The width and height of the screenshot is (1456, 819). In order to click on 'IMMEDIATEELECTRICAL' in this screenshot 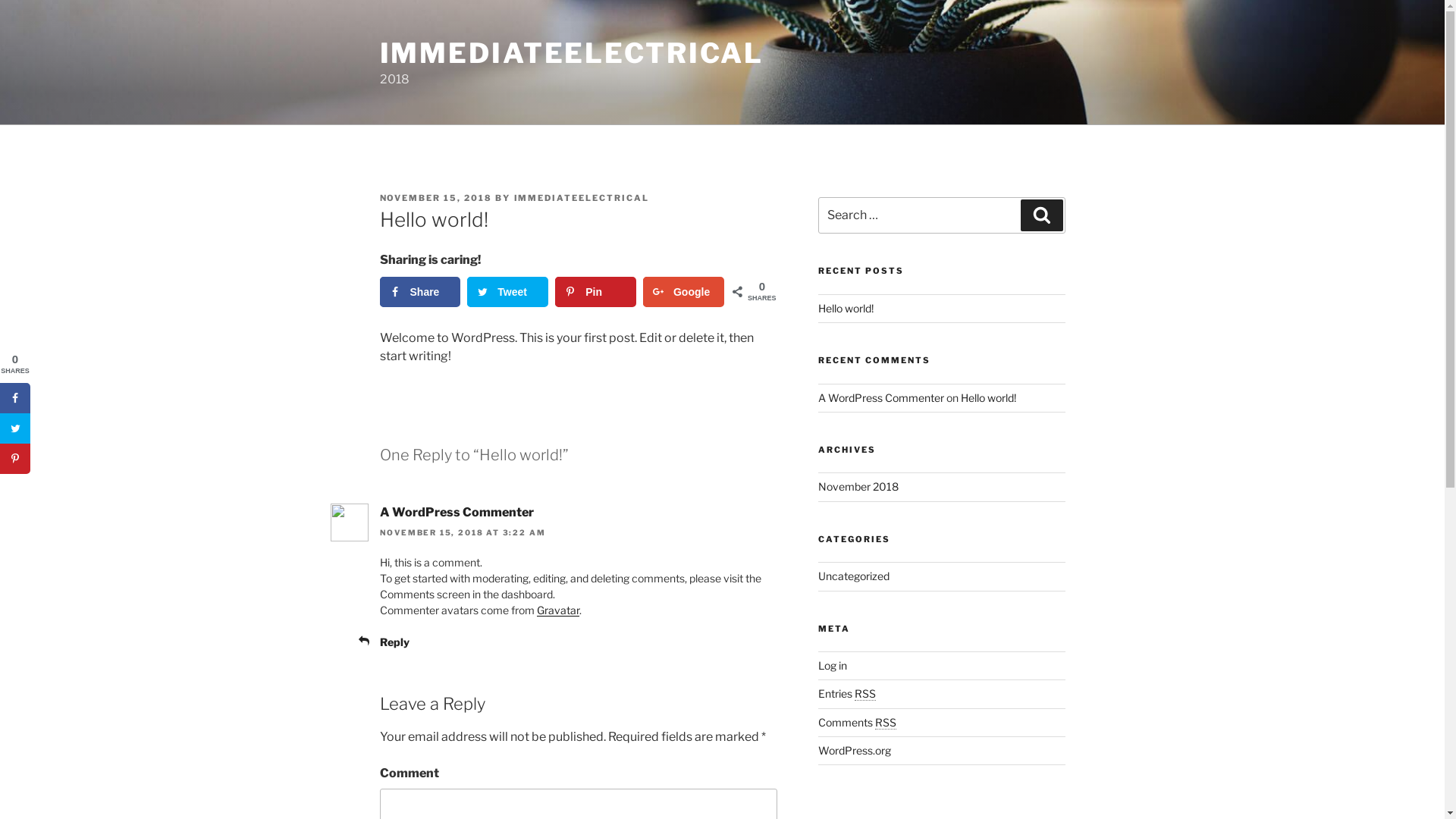, I will do `click(581, 197)`.